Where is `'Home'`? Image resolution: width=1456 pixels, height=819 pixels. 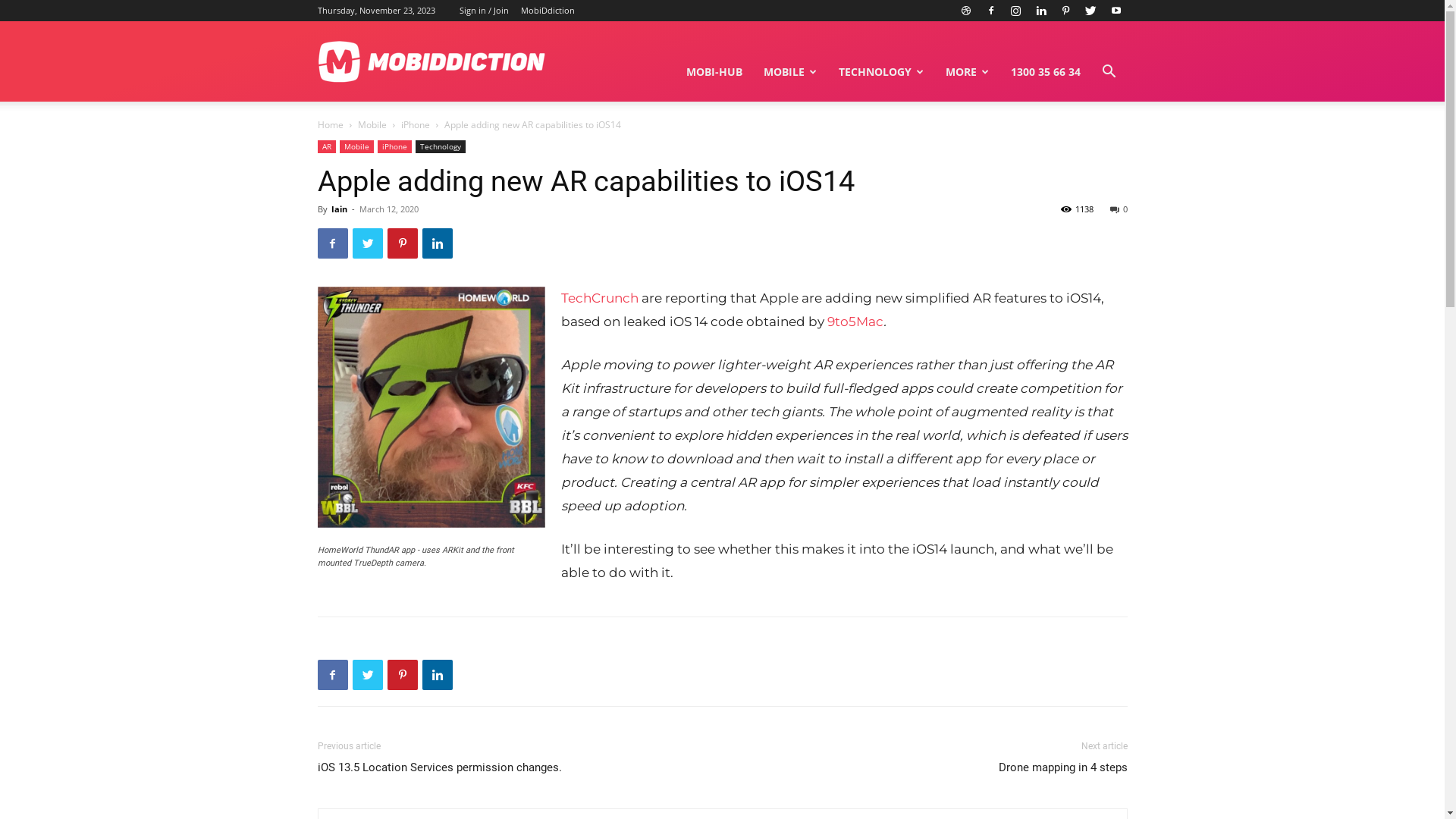 'Home' is located at coordinates (329, 124).